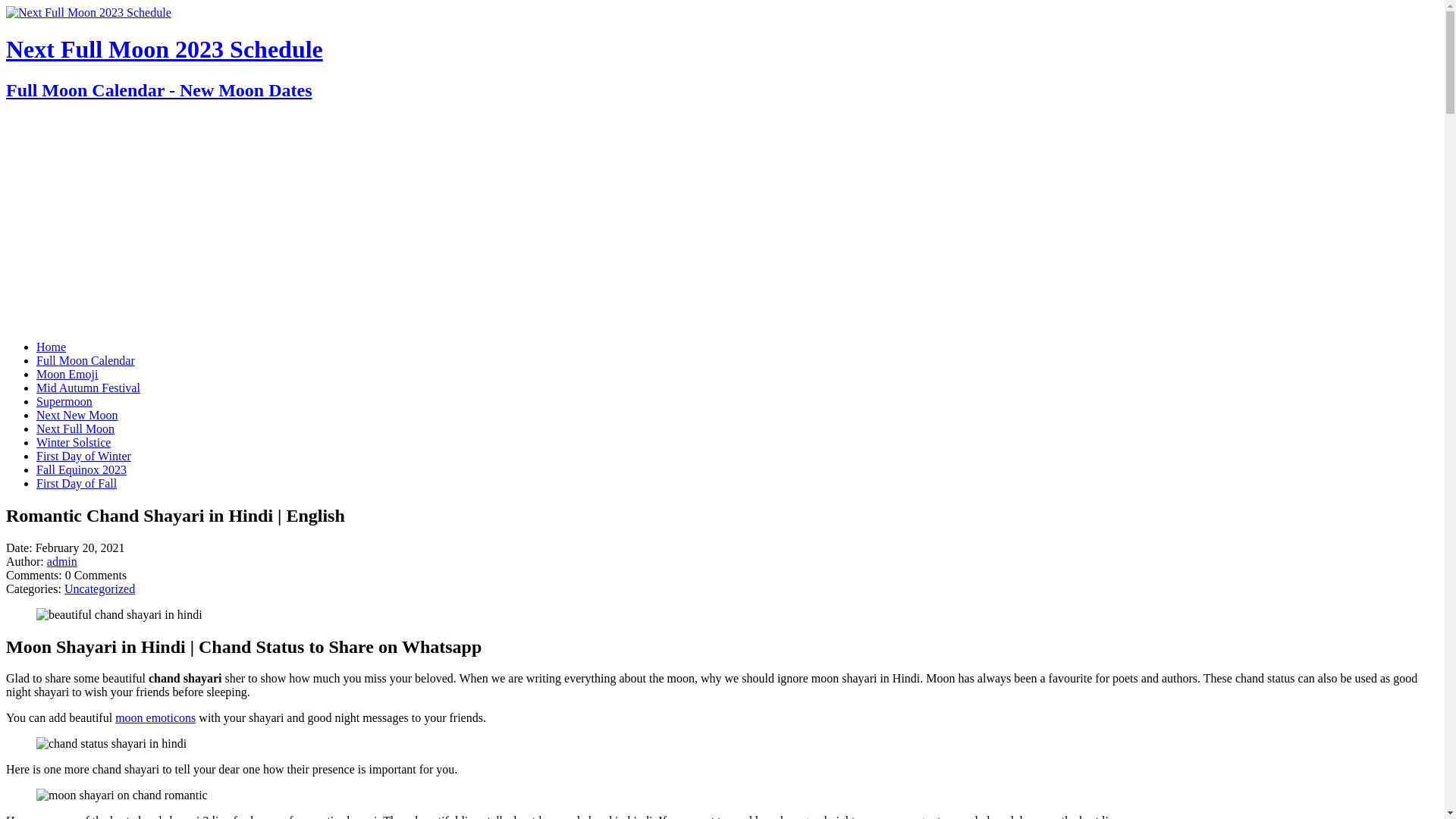 This screenshot has height=819, width=1456. What do you see at coordinates (75, 483) in the screenshot?
I see `'First Day of Fall'` at bounding box center [75, 483].